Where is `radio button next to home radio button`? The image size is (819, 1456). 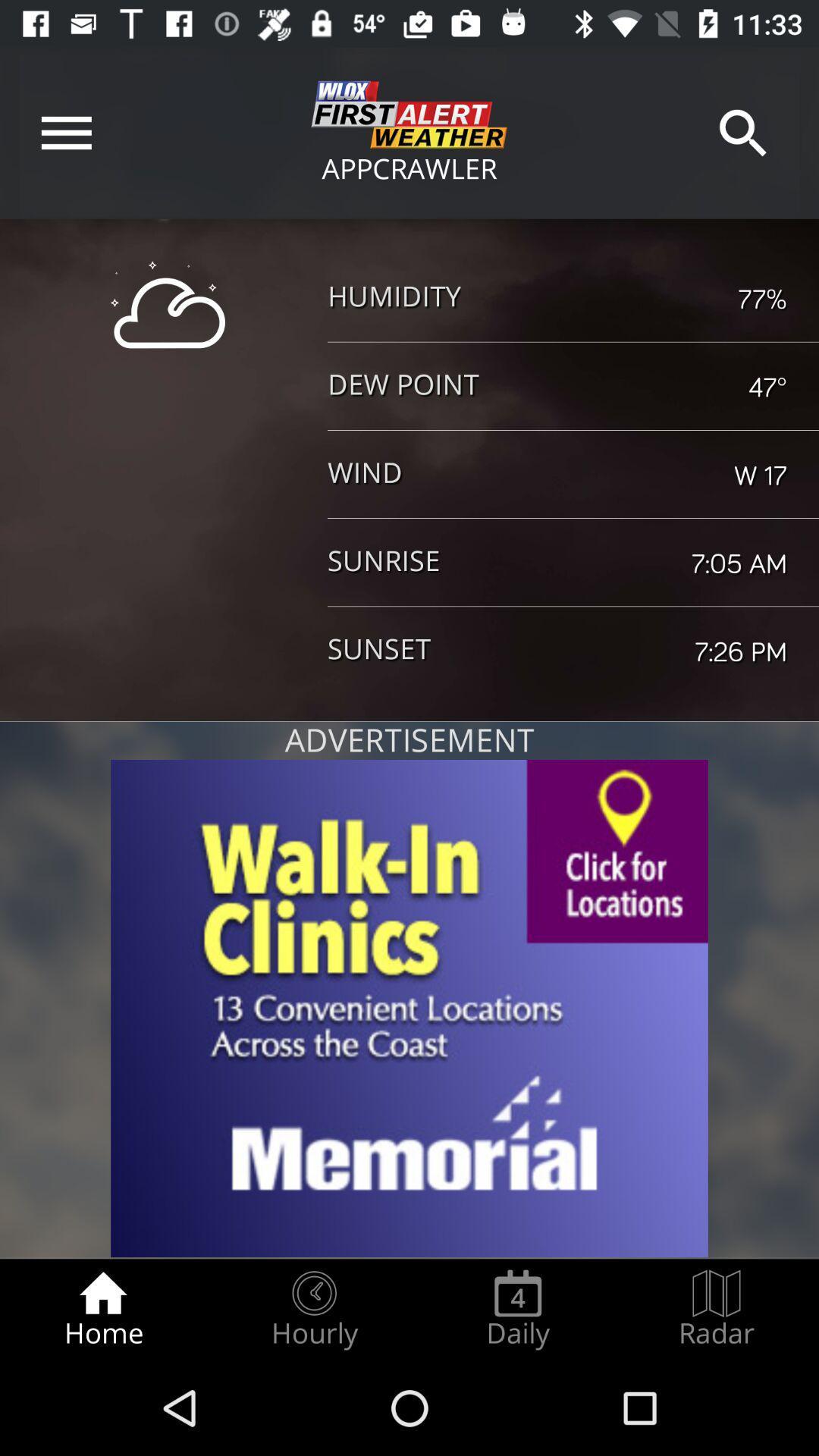 radio button next to home radio button is located at coordinates (313, 1309).